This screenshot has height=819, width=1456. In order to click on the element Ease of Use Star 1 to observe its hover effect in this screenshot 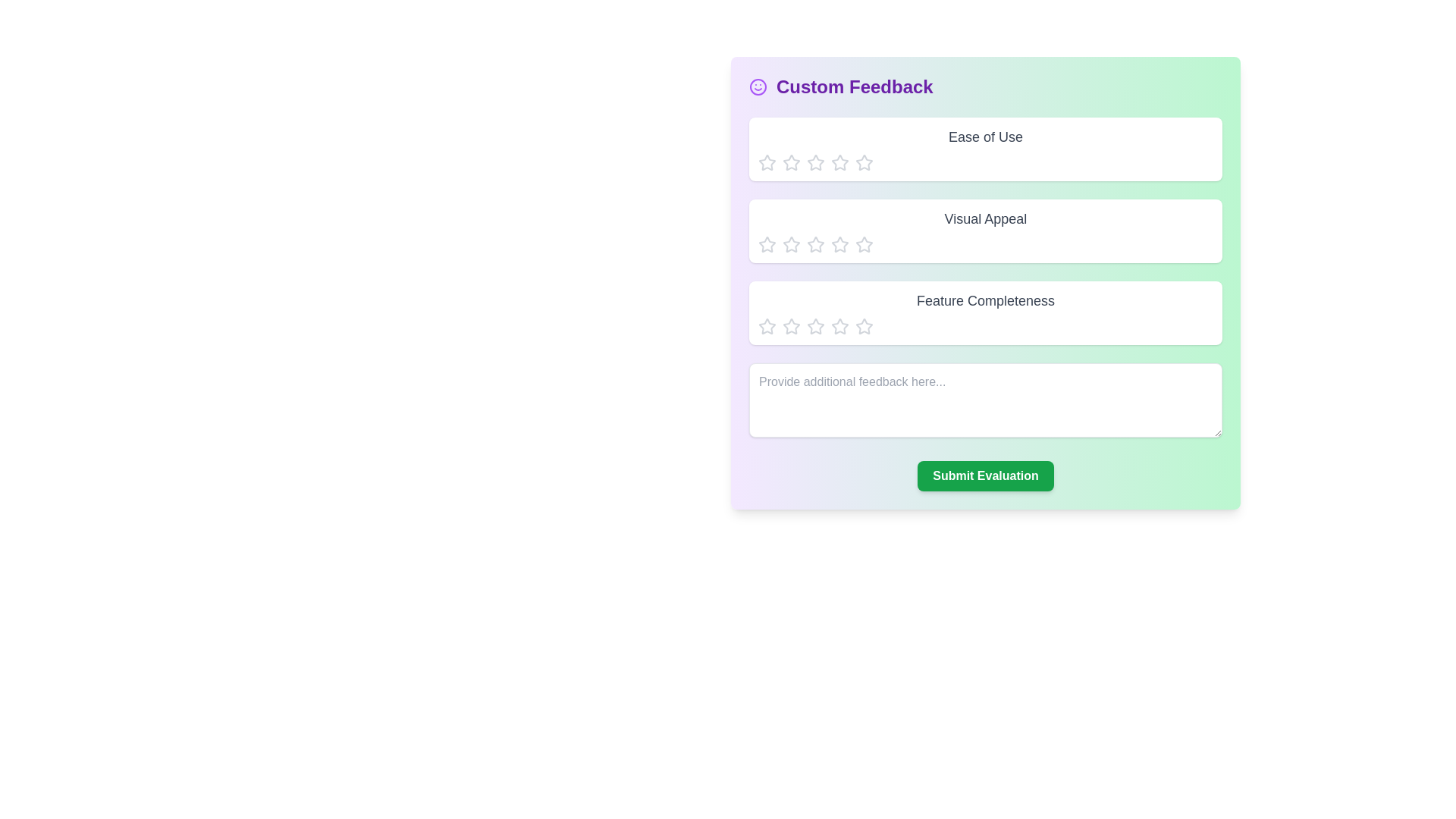, I will do `click(767, 163)`.